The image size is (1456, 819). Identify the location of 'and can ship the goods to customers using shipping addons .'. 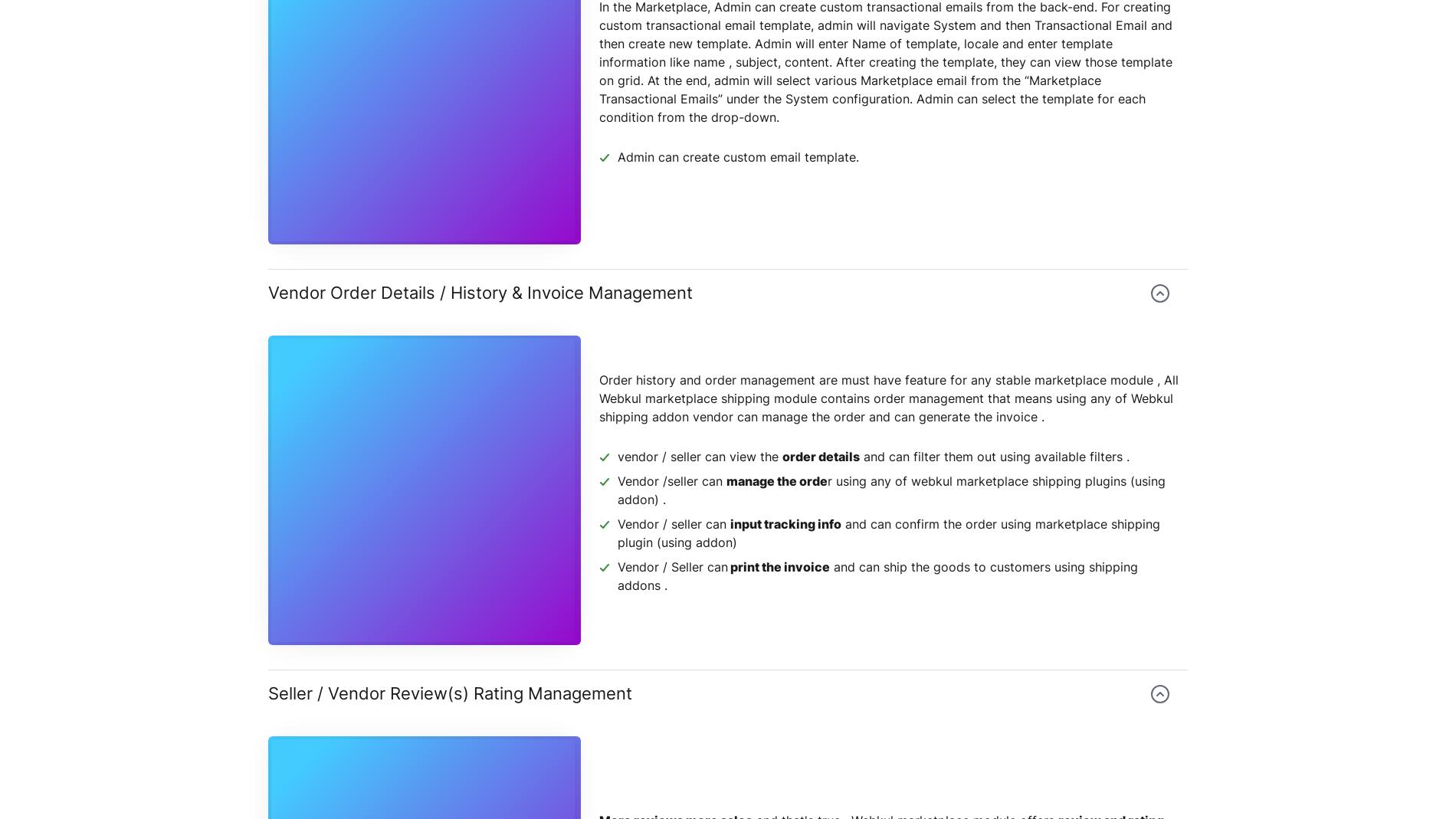
(877, 576).